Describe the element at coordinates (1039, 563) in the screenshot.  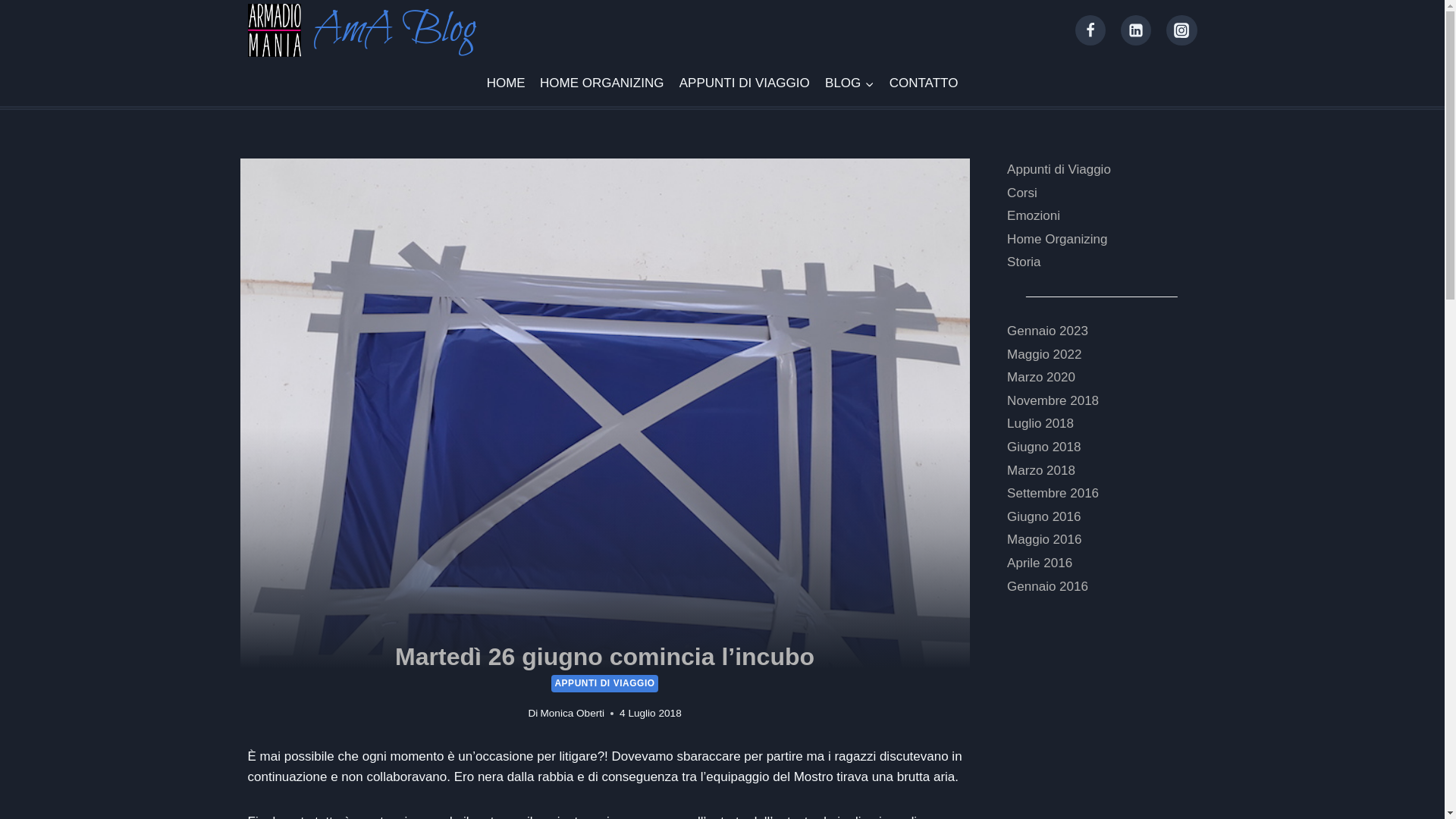
I see `'Aprile 2016'` at that location.